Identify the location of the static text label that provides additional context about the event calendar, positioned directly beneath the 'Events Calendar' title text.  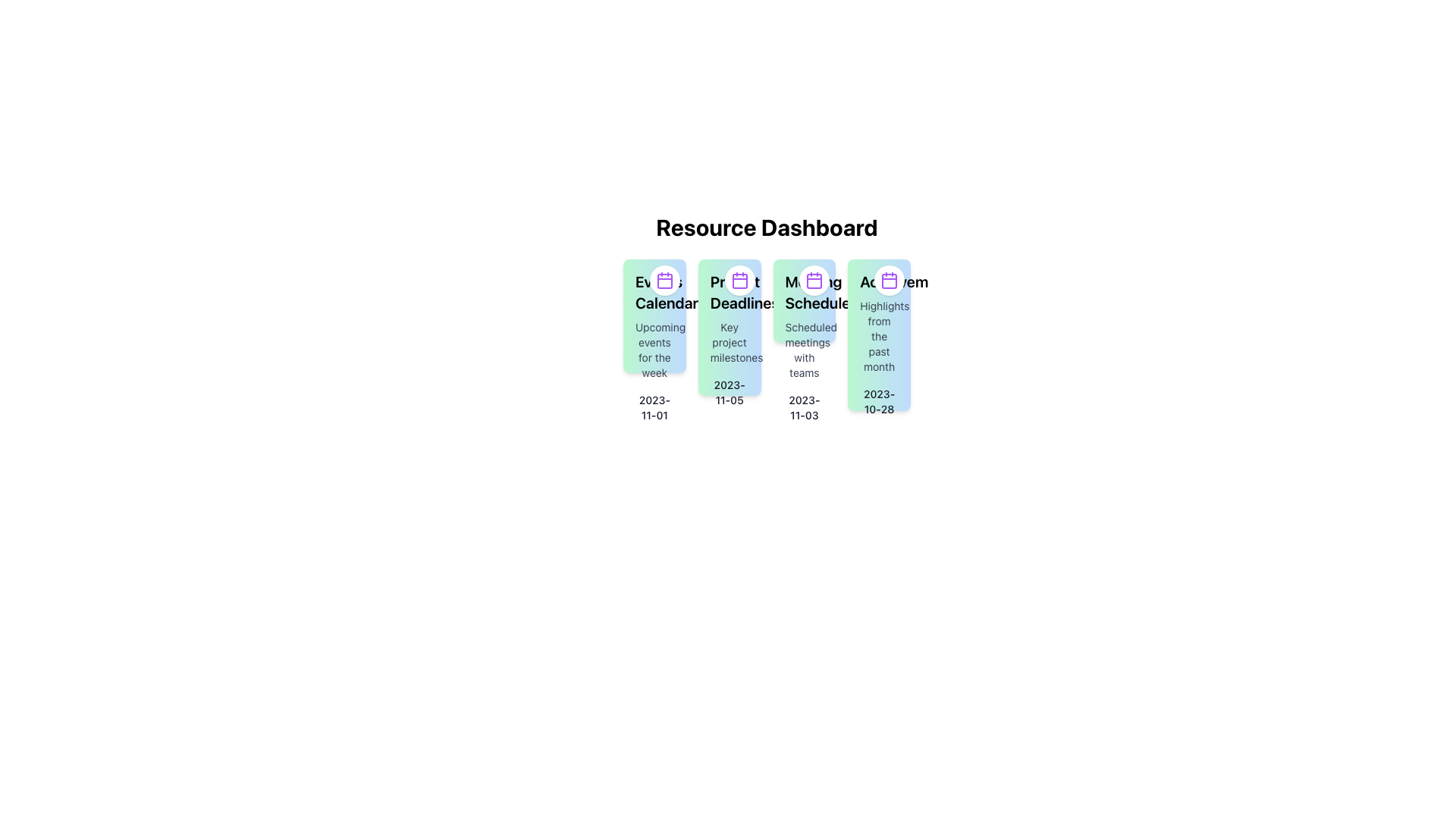
(654, 350).